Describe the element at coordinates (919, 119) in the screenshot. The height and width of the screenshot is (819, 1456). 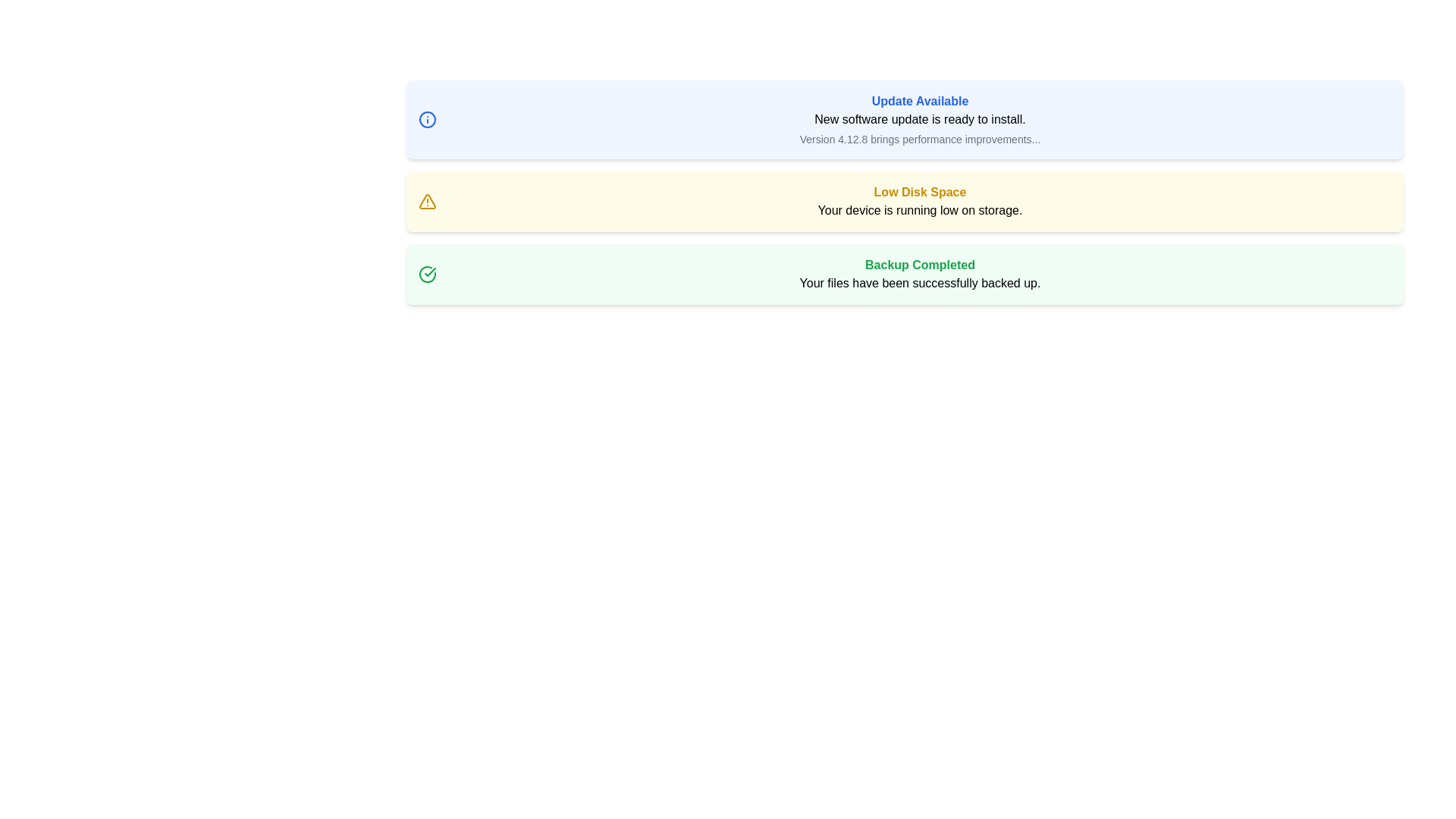
I see `the text element that states 'New software update is ready to install.', which is located below the title 'Update Available' and above the description 'Version 4.12.8 brings performance improvements...'` at that location.